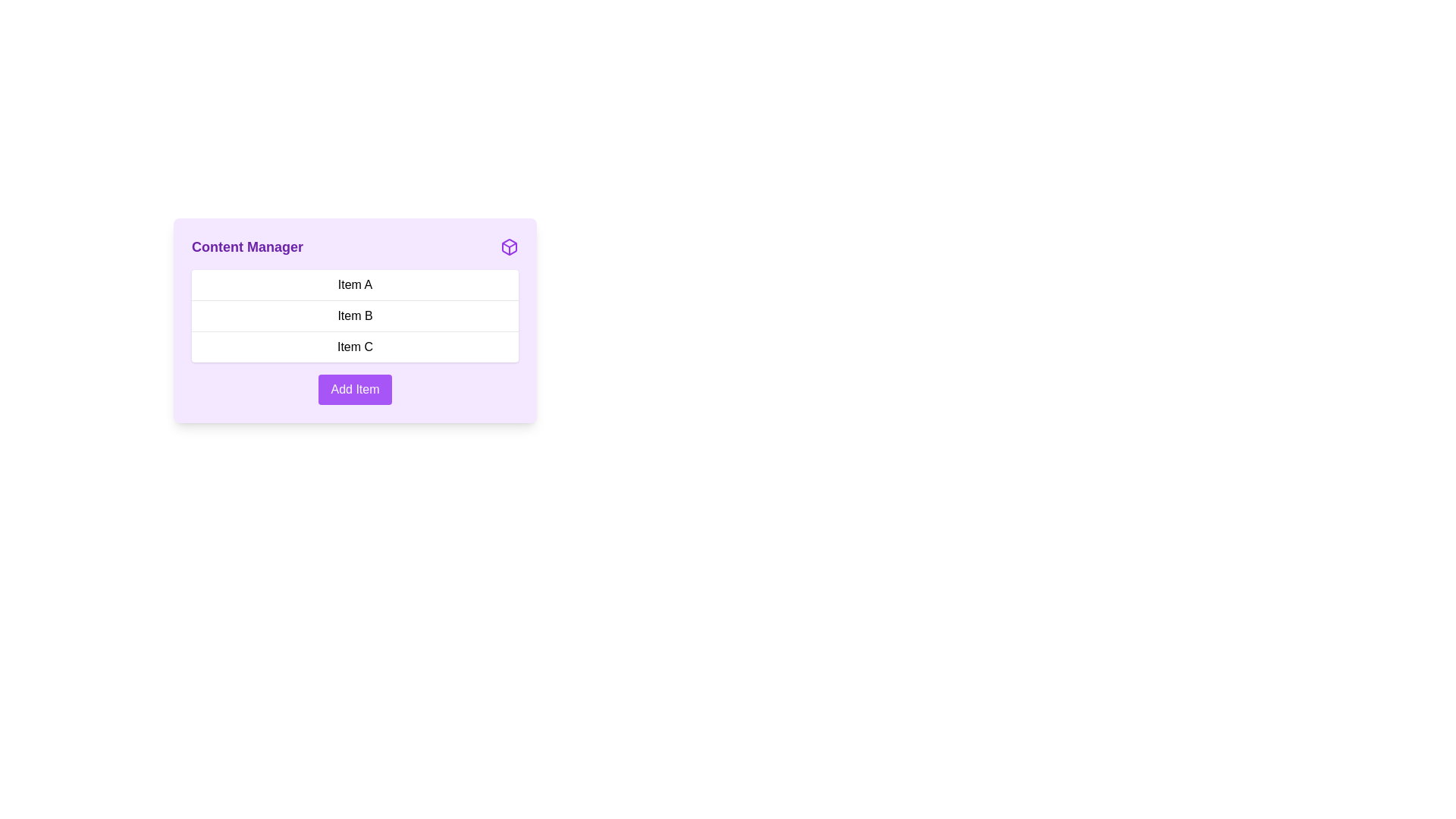 Image resolution: width=1456 pixels, height=819 pixels. What do you see at coordinates (354, 388) in the screenshot?
I see `the button located in the 'Content Manager' section` at bounding box center [354, 388].